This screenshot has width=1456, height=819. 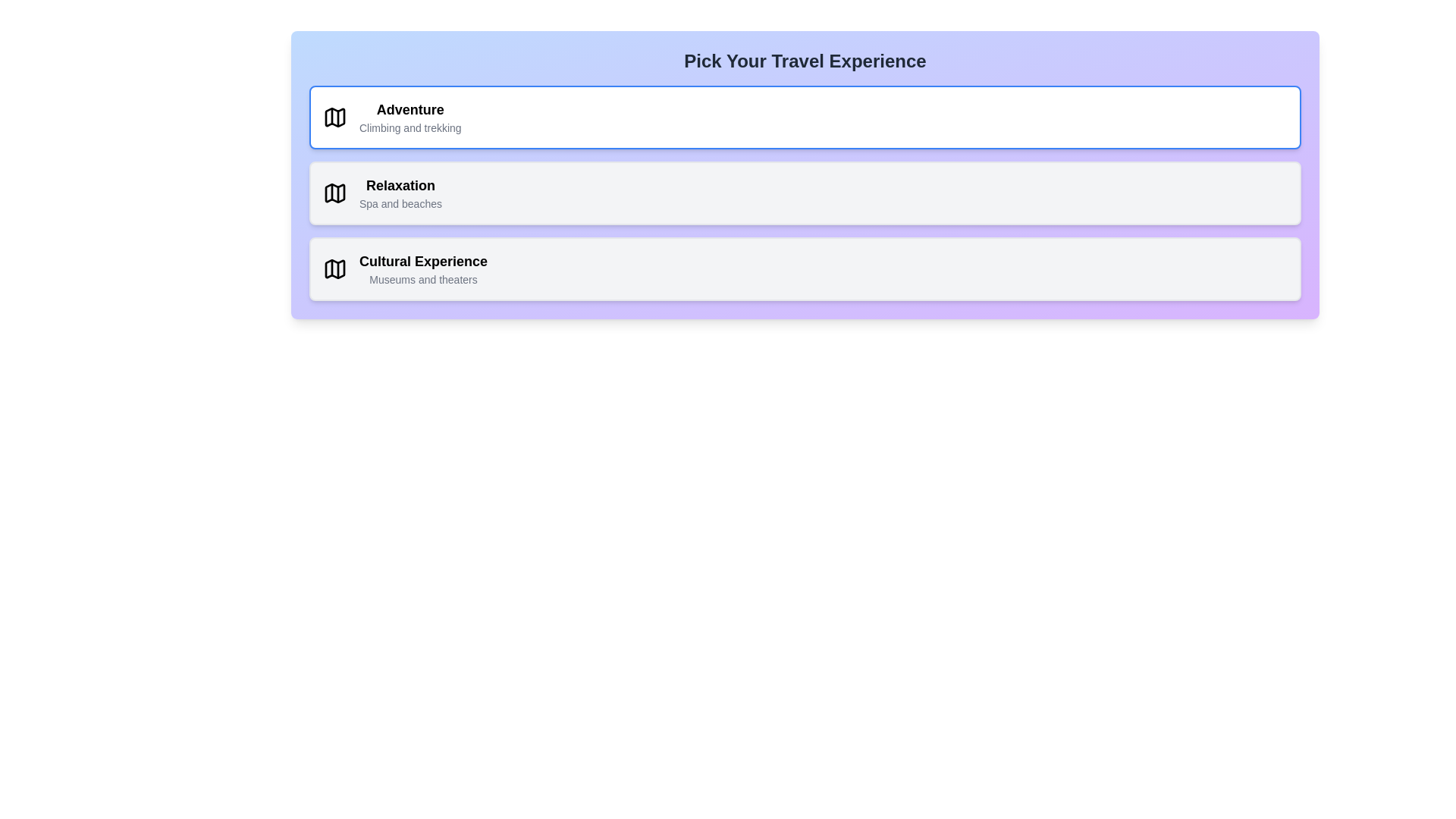 What do you see at coordinates (400, 192) in the screenshot?
I see `the 'Relaxation' card, which features bold text and is the second option in a vertical list` at bounding box center [400, 192].